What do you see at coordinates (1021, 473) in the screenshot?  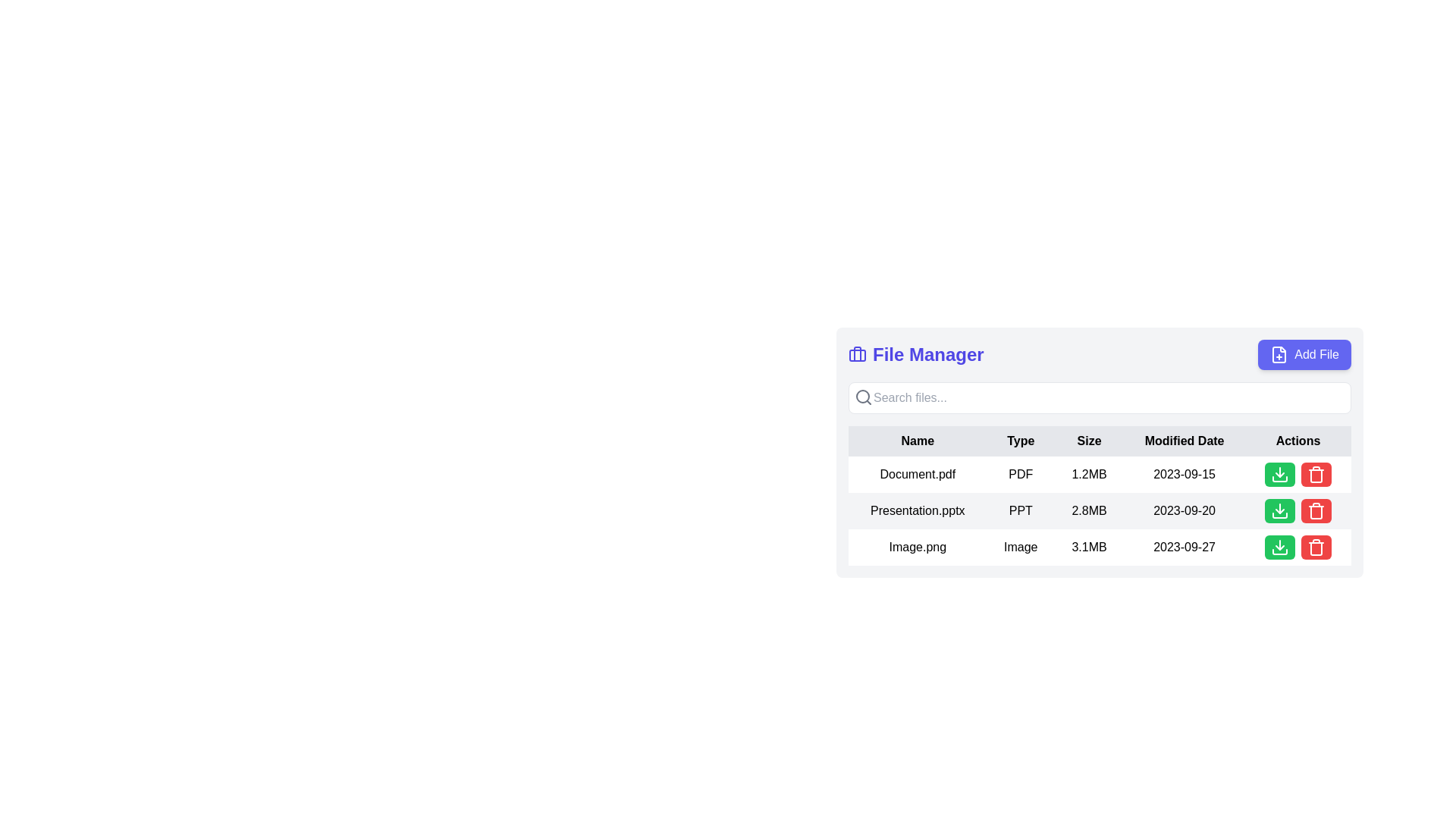 I see `the text label displaying 'PDF' in the 'Type' column of the File Manager interface, which is styled with class 'px-4 py-2'` at bounding box center [1021, 473].